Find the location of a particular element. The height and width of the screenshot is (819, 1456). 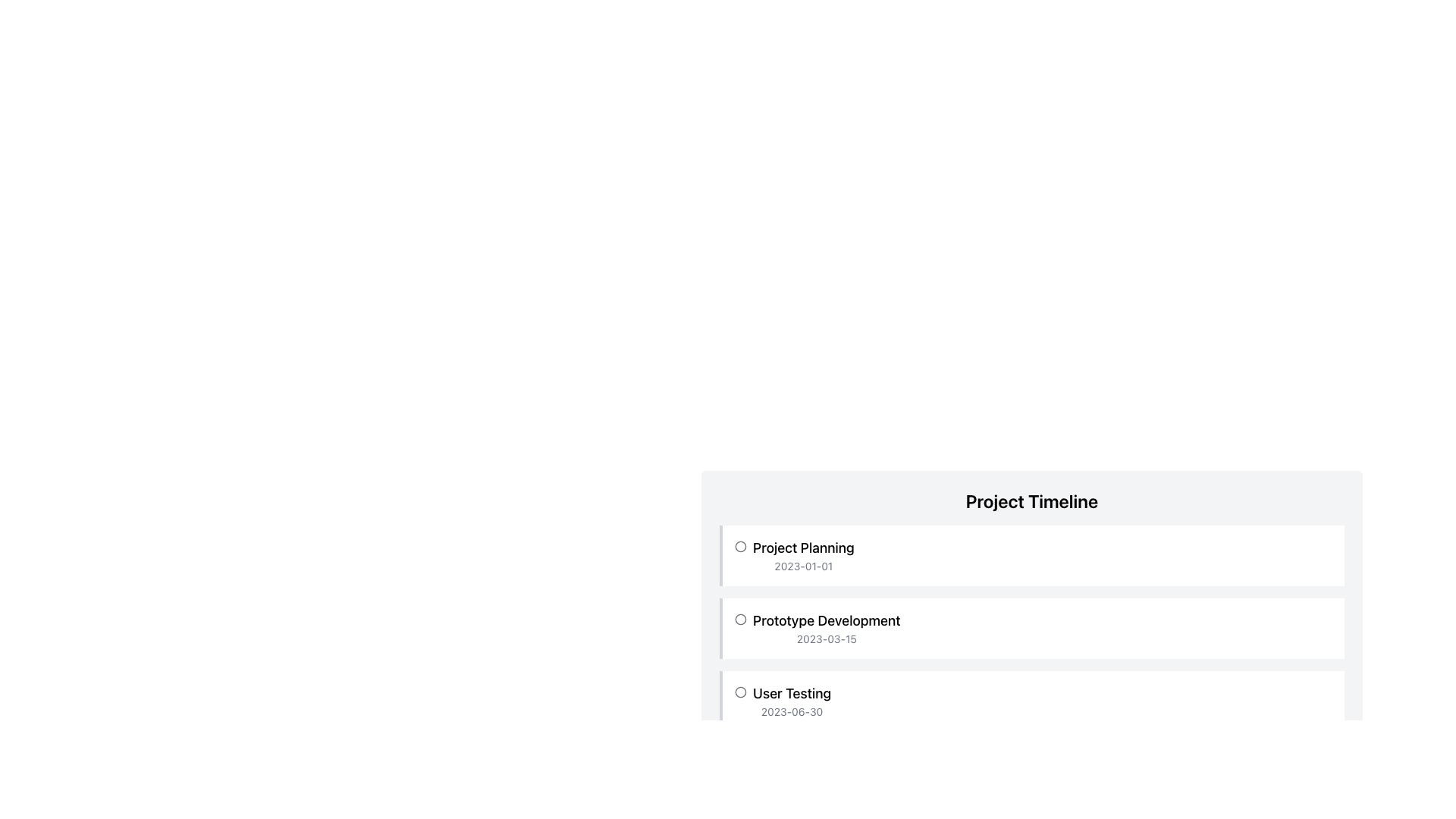

the first circular icon to the left of the 'Project Planning' text in the 'Project Timeline' section is located at coordinates (741, 547).